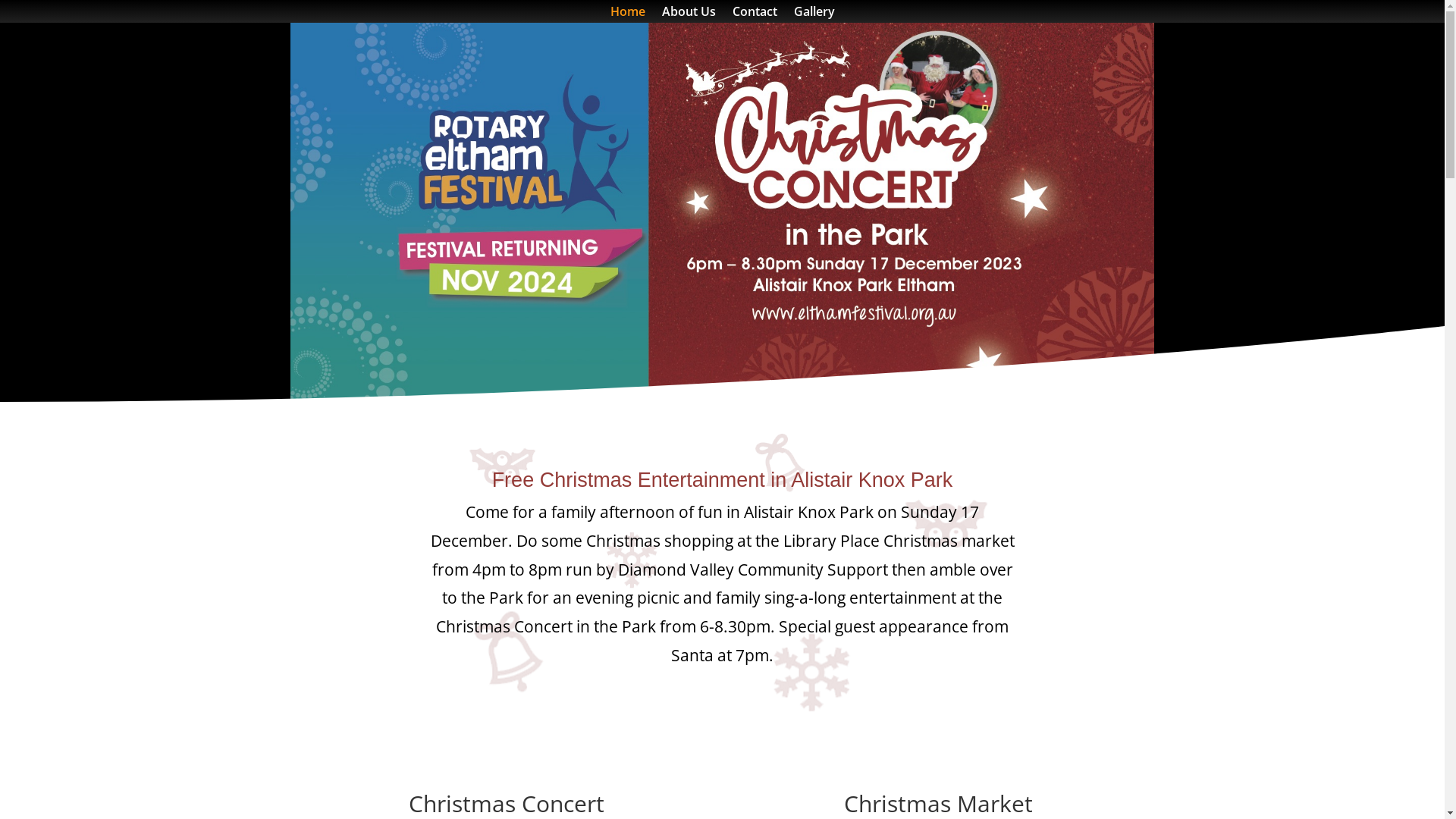 The width and height of the screenshot is (1456, 819). I want to click on 'About Us', so click(661, 14).